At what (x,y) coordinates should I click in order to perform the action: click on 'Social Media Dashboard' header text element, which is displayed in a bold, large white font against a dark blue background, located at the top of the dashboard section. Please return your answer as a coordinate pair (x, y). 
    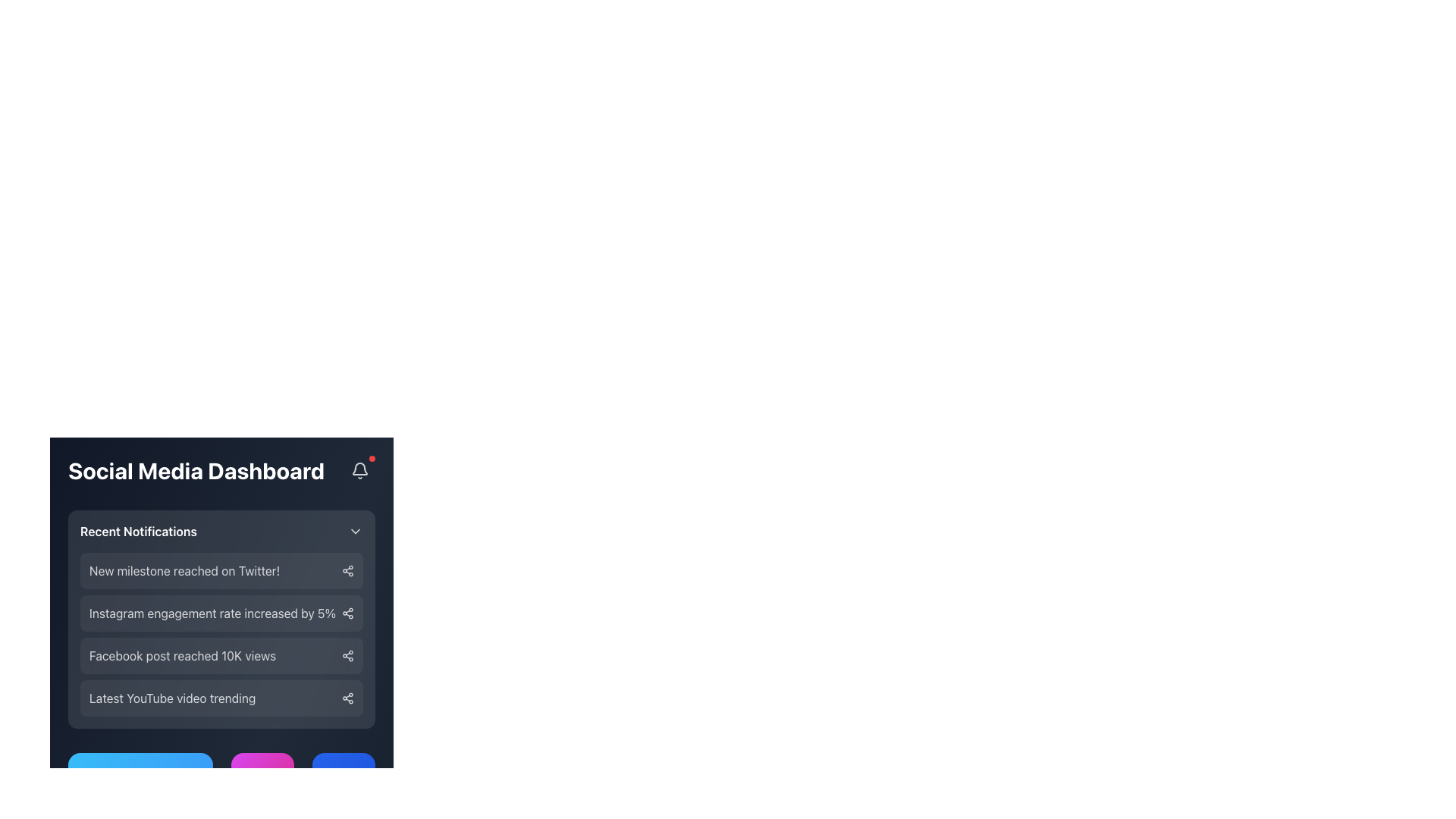
    Looking at the image, I should click on (196, 470).